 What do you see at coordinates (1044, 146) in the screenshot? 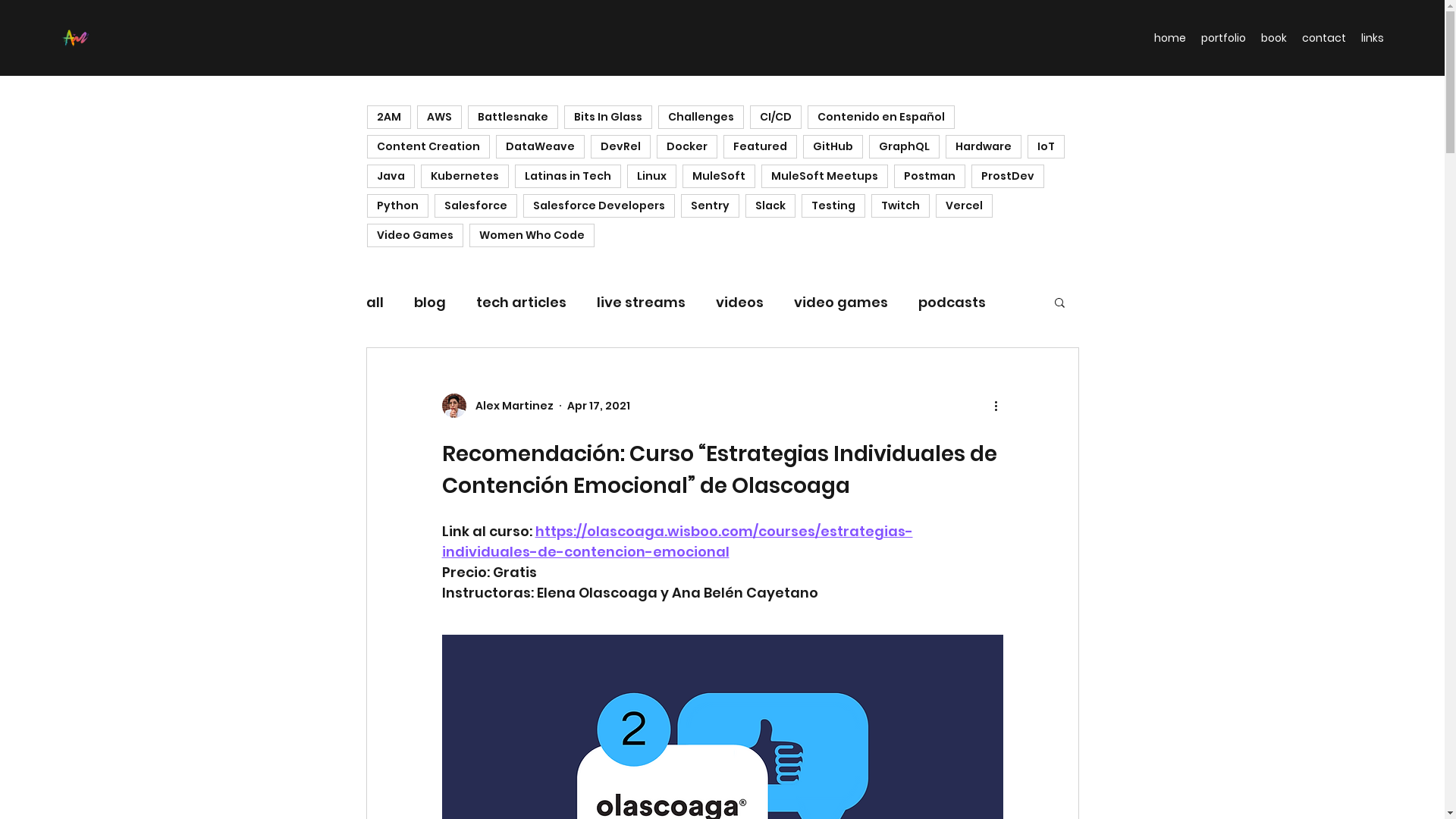
I see `'IoT'` at bounding box center [1044, 146].